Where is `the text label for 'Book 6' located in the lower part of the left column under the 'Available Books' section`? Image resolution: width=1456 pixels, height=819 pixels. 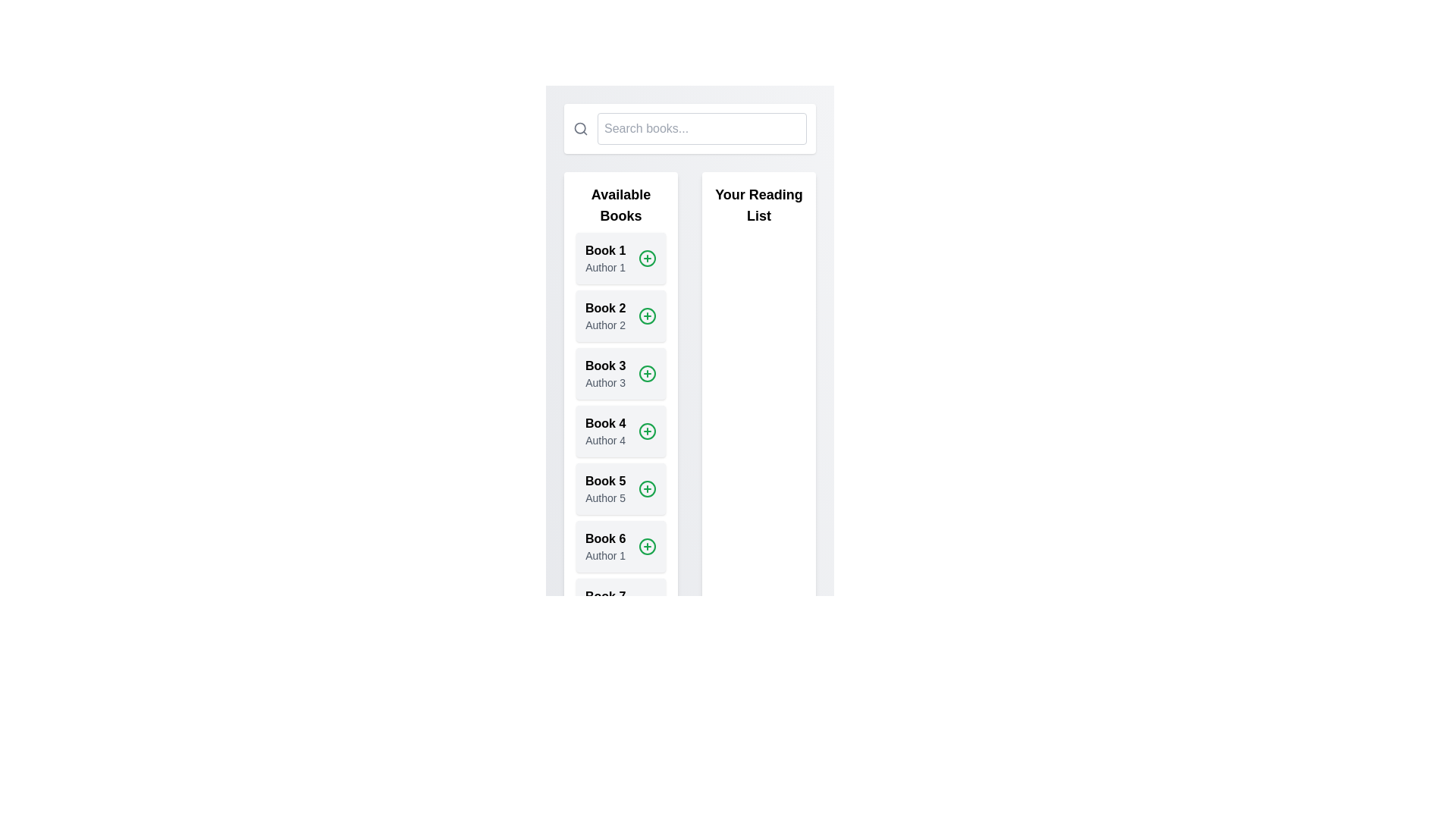 the text label for 'Book 6' located in the lower part of the left column under the 'Available Books' section is located at coordinates (604, 538).